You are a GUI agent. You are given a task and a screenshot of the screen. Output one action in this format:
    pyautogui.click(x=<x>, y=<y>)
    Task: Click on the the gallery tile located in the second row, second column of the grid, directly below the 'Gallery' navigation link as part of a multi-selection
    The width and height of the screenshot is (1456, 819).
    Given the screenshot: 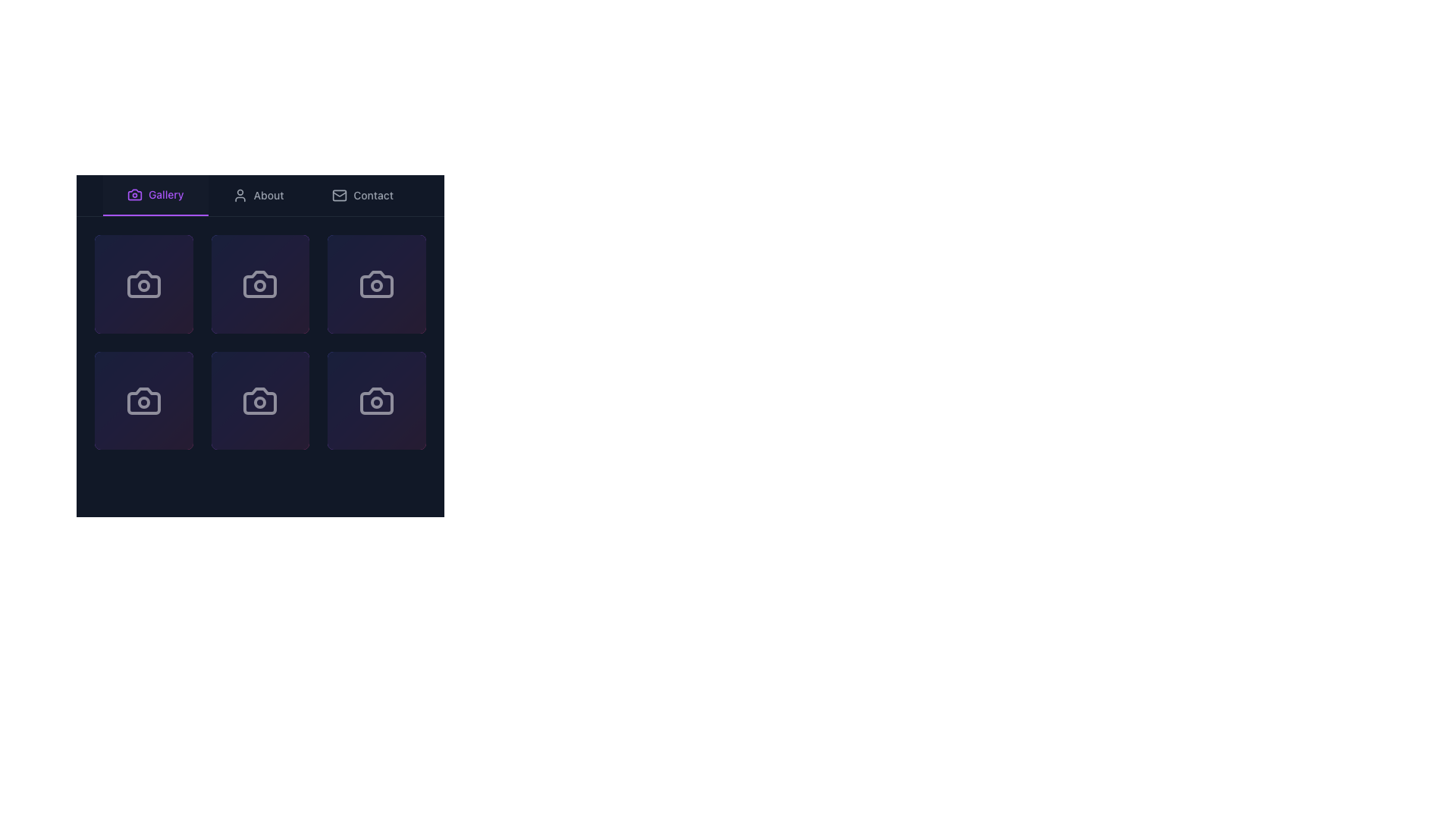 What is the action you would take?
    pyautogui.click(x=260, y=321)
    